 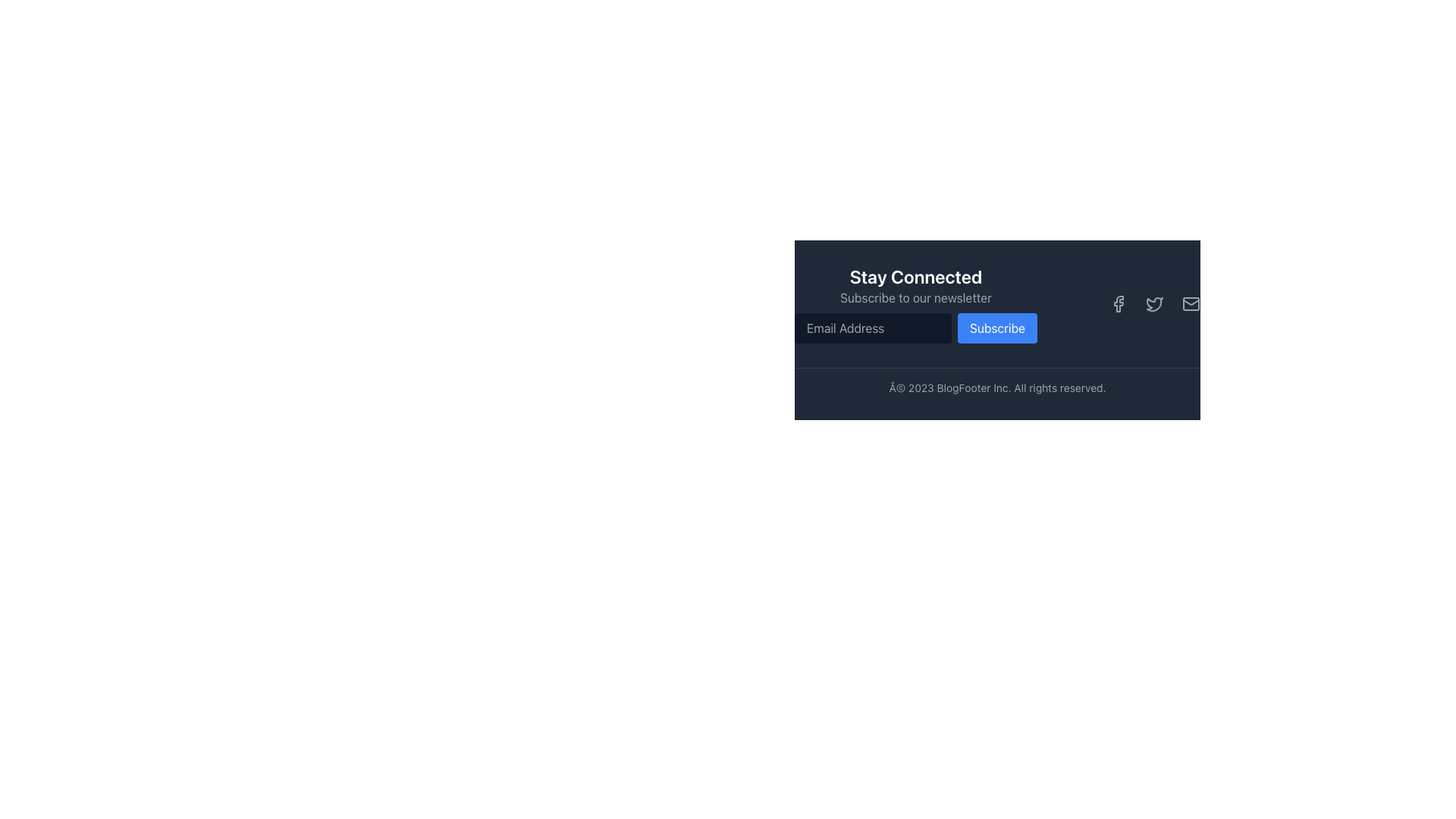 What do you see at coordinates (997, 388) in the screenshot?
I see `static text displaying 'Â© 2023 BlogFooter Inc. All rights reserved.' located at the bottom of the interface, centered horizontally` at bounding box center [997, 388].